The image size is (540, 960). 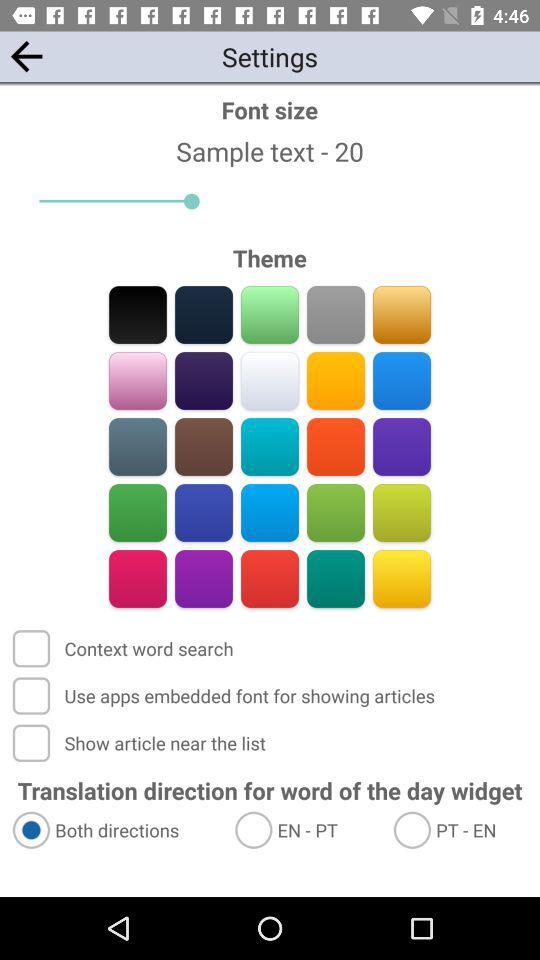 I want to click on radio button next to the en - pt, so click(x=115, y=830).